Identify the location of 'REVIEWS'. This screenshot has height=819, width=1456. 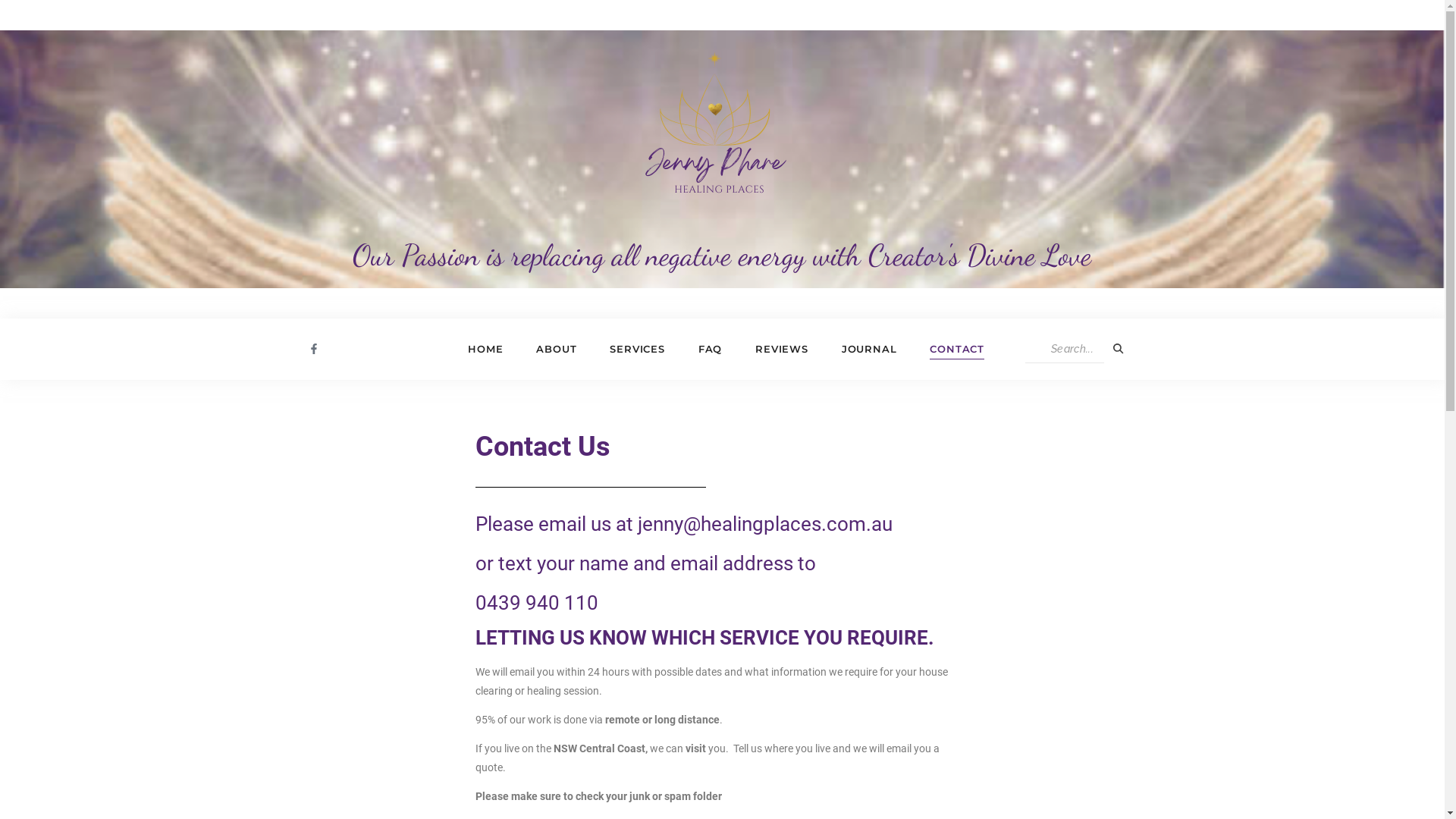
(745, 349).